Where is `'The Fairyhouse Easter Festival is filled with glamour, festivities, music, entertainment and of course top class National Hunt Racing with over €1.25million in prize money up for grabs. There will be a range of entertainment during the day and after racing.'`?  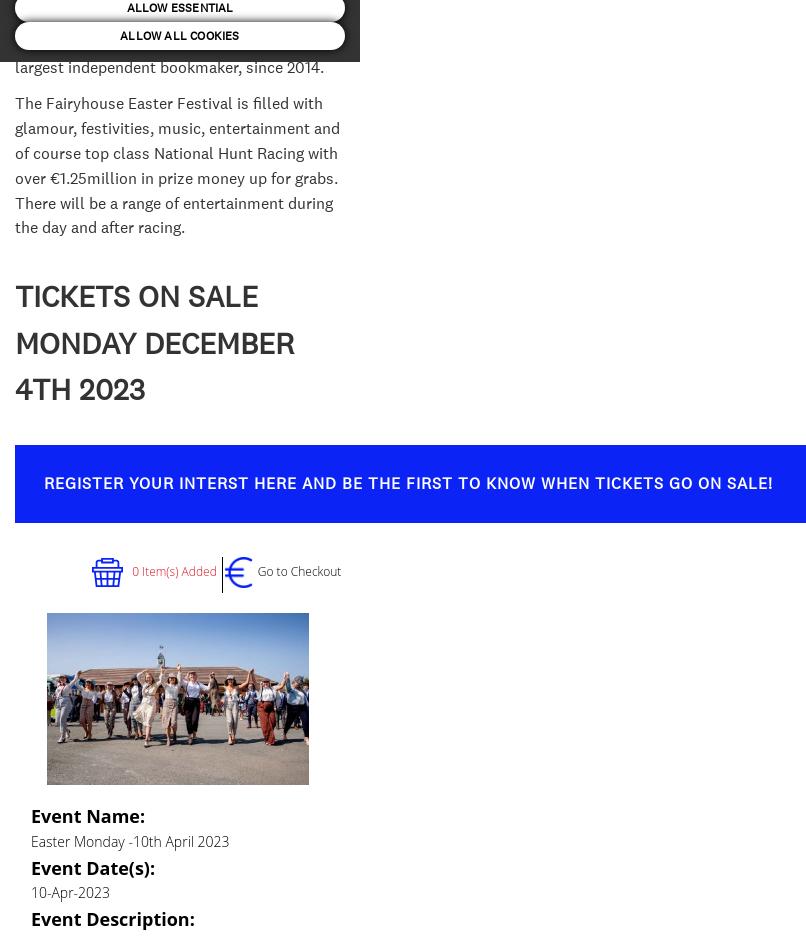
'The Fairyhouse Easter Festival is filled with glamour, festivities, music, entertainment and of course top class National Hunt Racing with over €1.25million in prize money up for grabs. There will be a range of entertainment during the day and after racing.' is located at coordinates (14, 165).